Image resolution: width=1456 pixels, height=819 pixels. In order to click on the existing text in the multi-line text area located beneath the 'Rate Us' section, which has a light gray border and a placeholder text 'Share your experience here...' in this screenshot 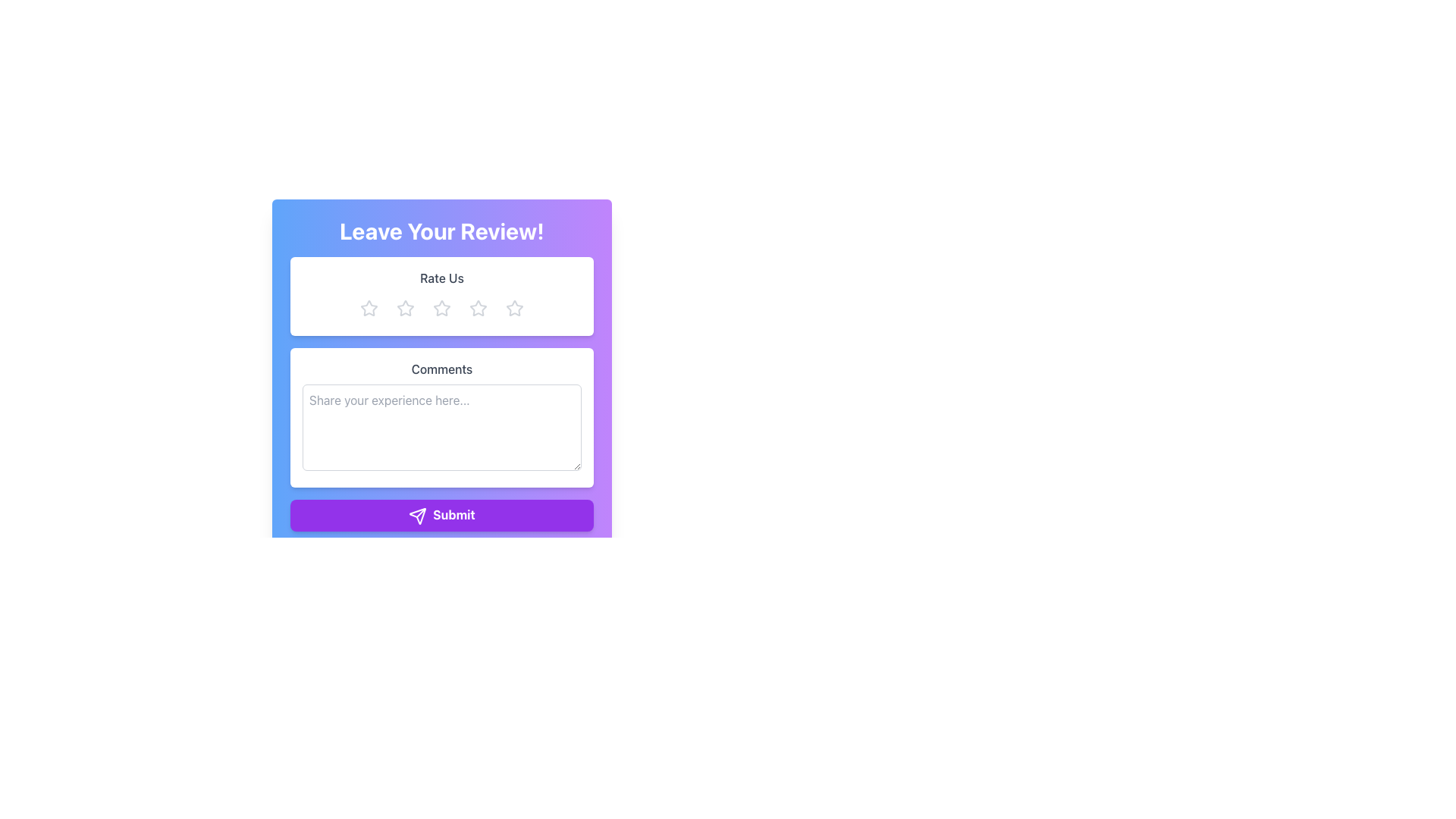, I will do `click(441, 427)`.